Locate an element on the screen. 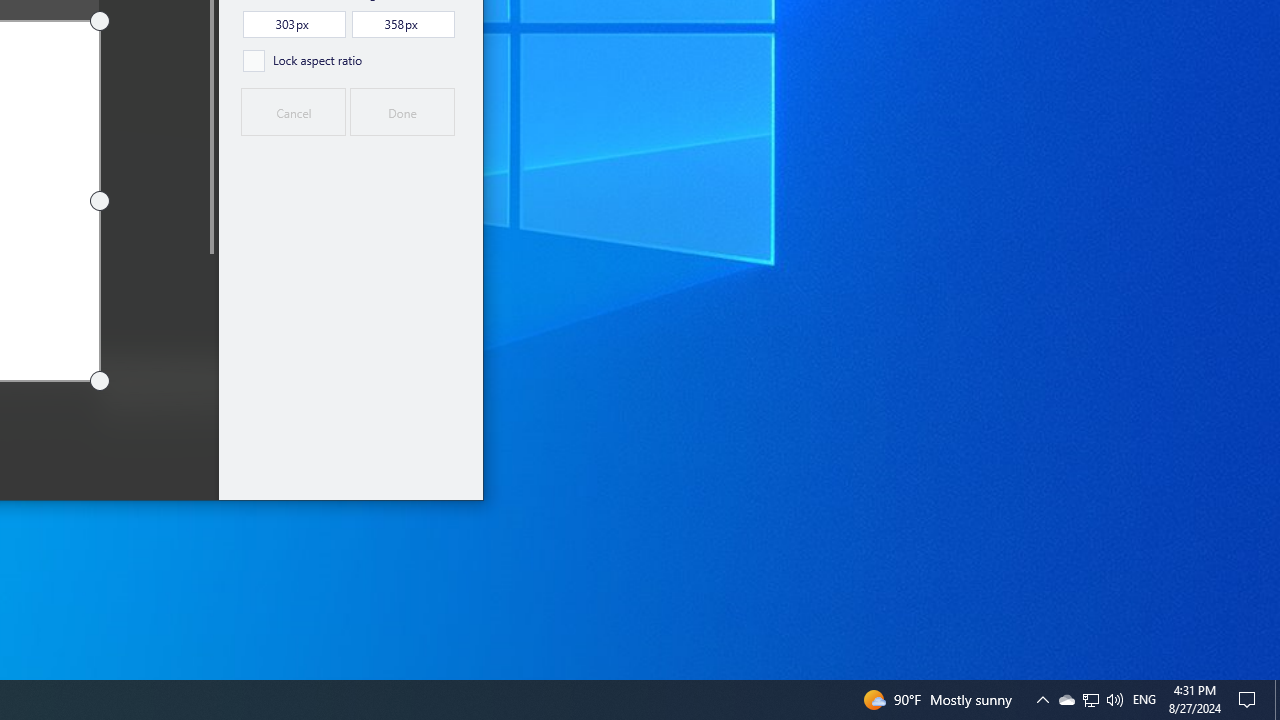 This screenshot has width=1280, height=720. 'Cancel' is located at coordinates (292, 111).